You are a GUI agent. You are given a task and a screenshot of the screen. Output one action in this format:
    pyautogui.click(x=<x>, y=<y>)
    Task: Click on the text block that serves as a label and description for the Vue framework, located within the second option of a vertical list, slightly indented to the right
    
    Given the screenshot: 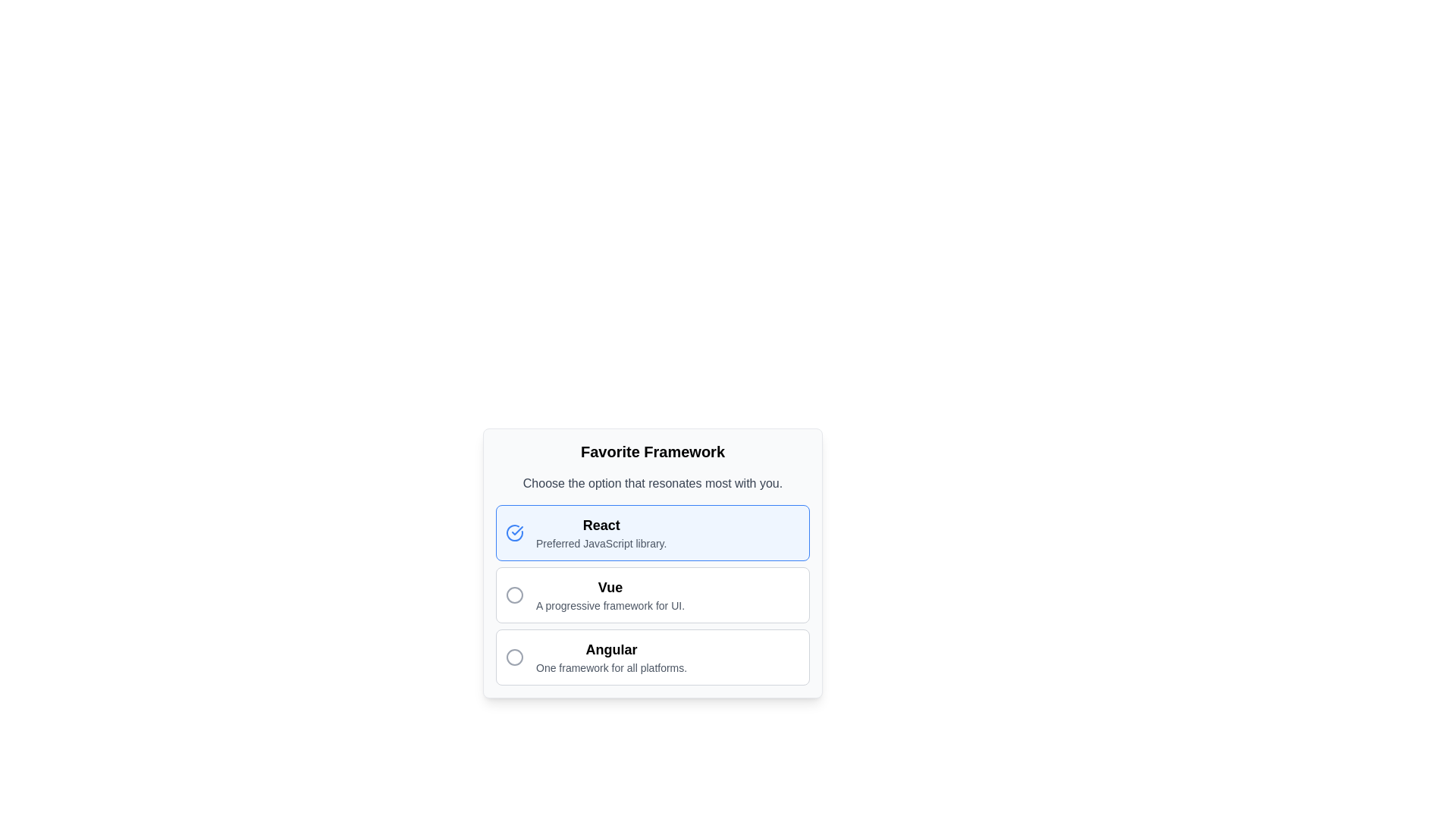 What is the action you would take?
    pyautogui.click(x=610, y=595)
    